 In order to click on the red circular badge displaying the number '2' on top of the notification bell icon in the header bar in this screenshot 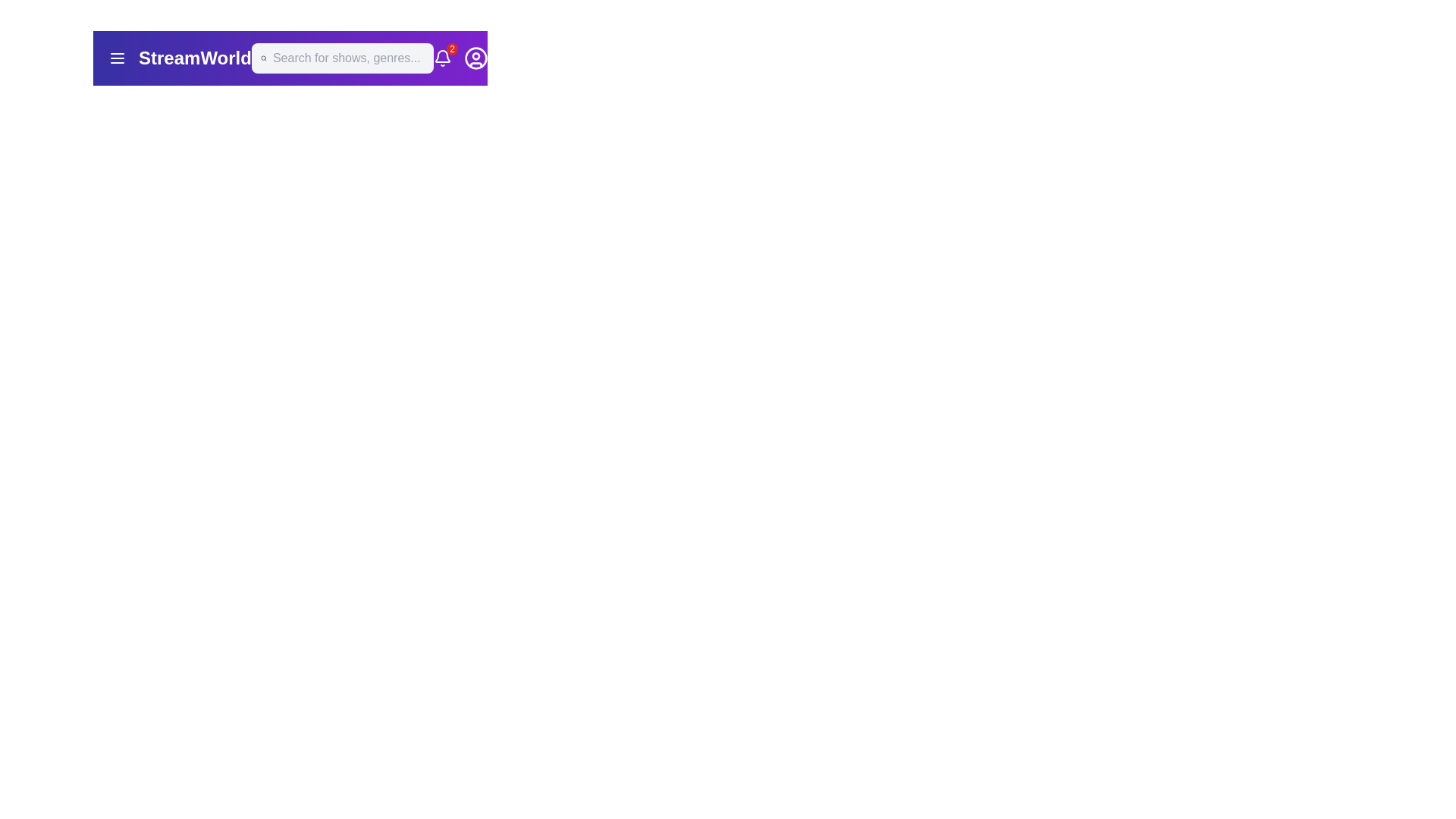, I will do `click(451, 49)`.